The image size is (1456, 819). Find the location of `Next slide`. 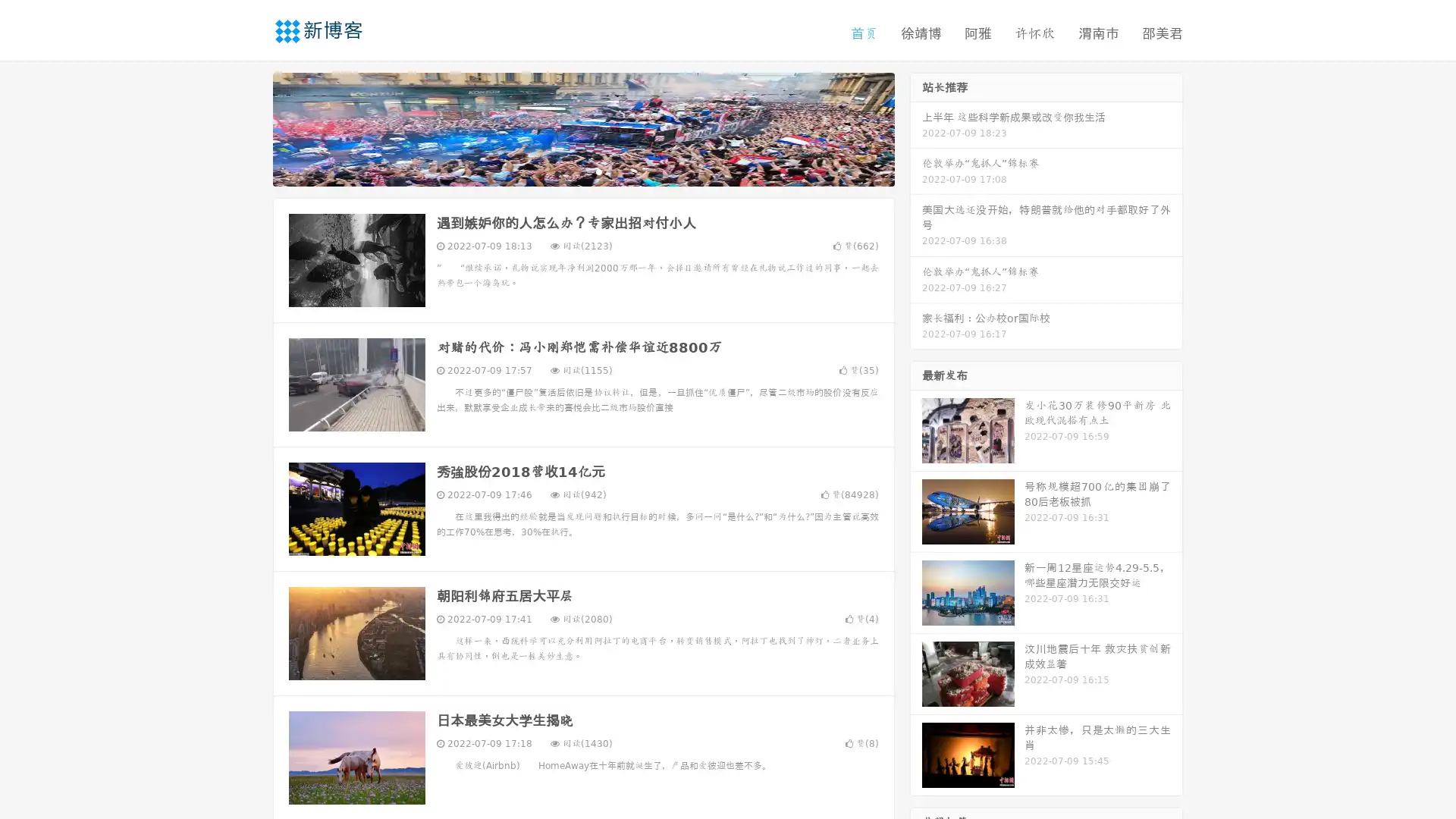

Next slide is located at coordinates (916, 127).